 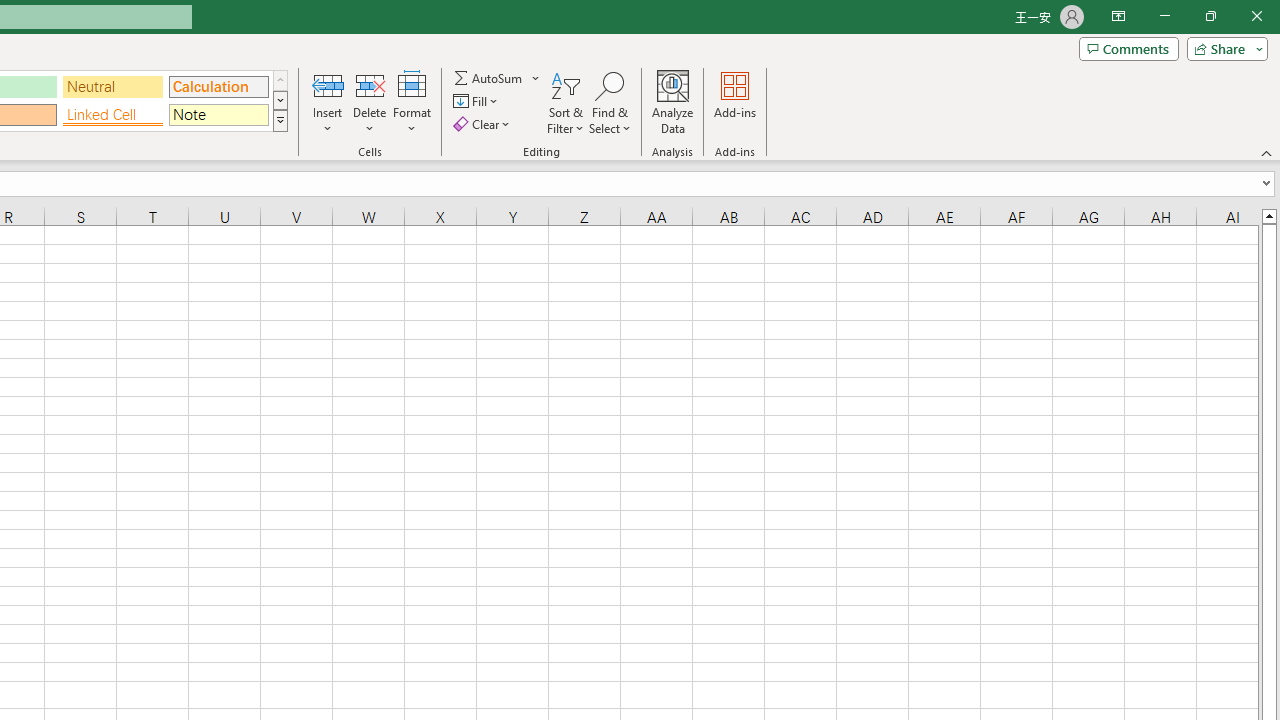 What do you see at coordinates (411, 103) in the screenshot?
I see `'Format'` at bounding box center [411, 103].